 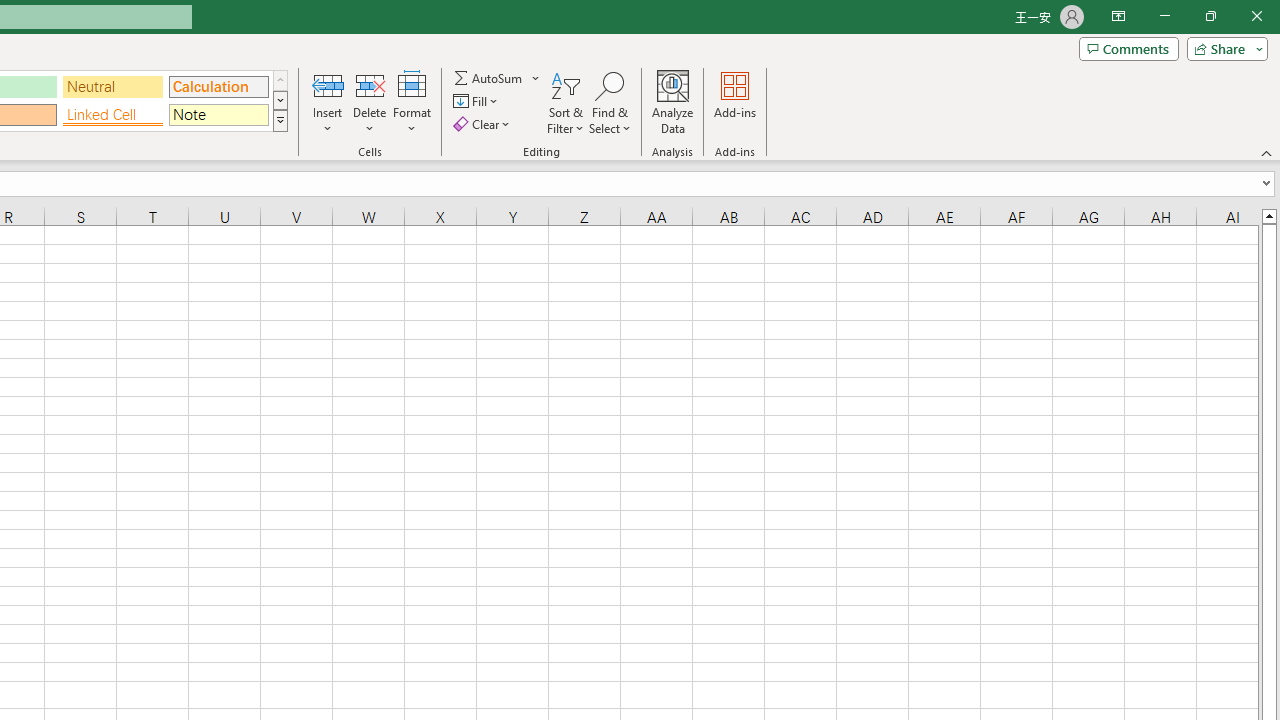 What do you see at coordinates (411, 103) in the screenshot?
I see `'Format'` at bounding box center [411, 103].